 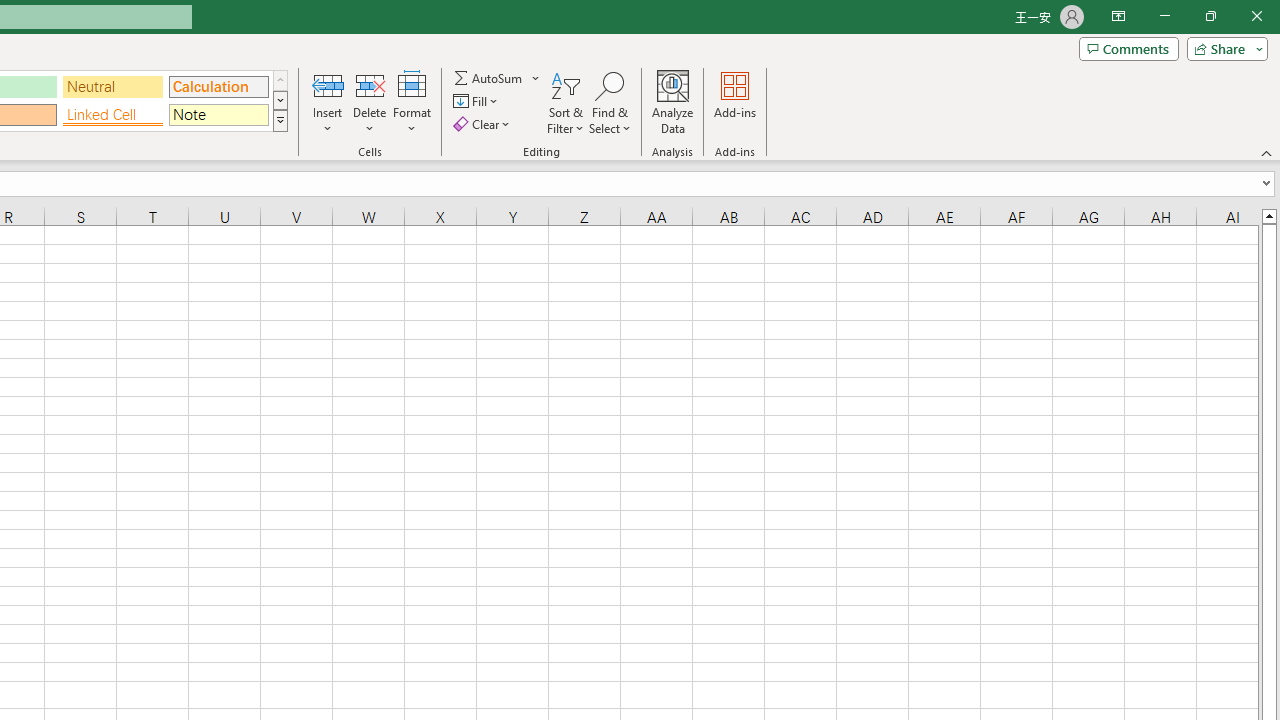 What do you see at coordinates (411, 103) in the screenshot?
I see `'Format'` at bounding box center [411, 103].